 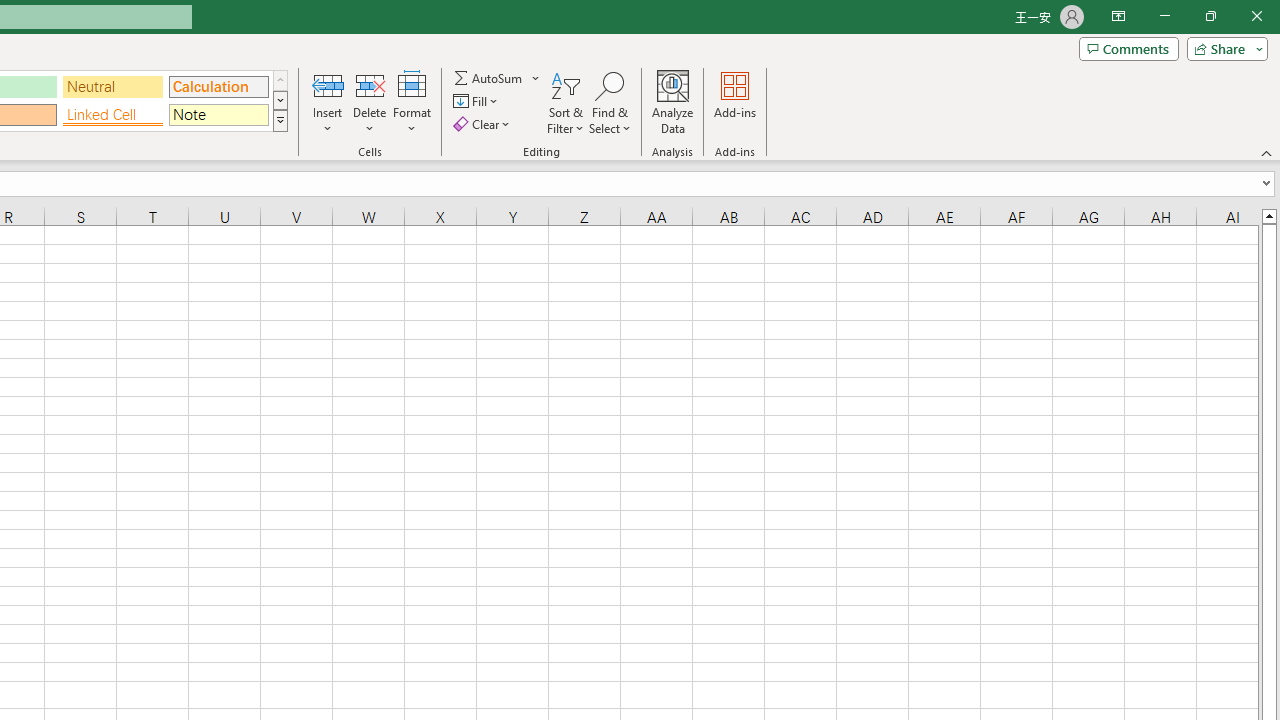 What do you see at coordinates (411, 103) in the screenshot?
I see `'Format'` at bounding box center [411, 103].